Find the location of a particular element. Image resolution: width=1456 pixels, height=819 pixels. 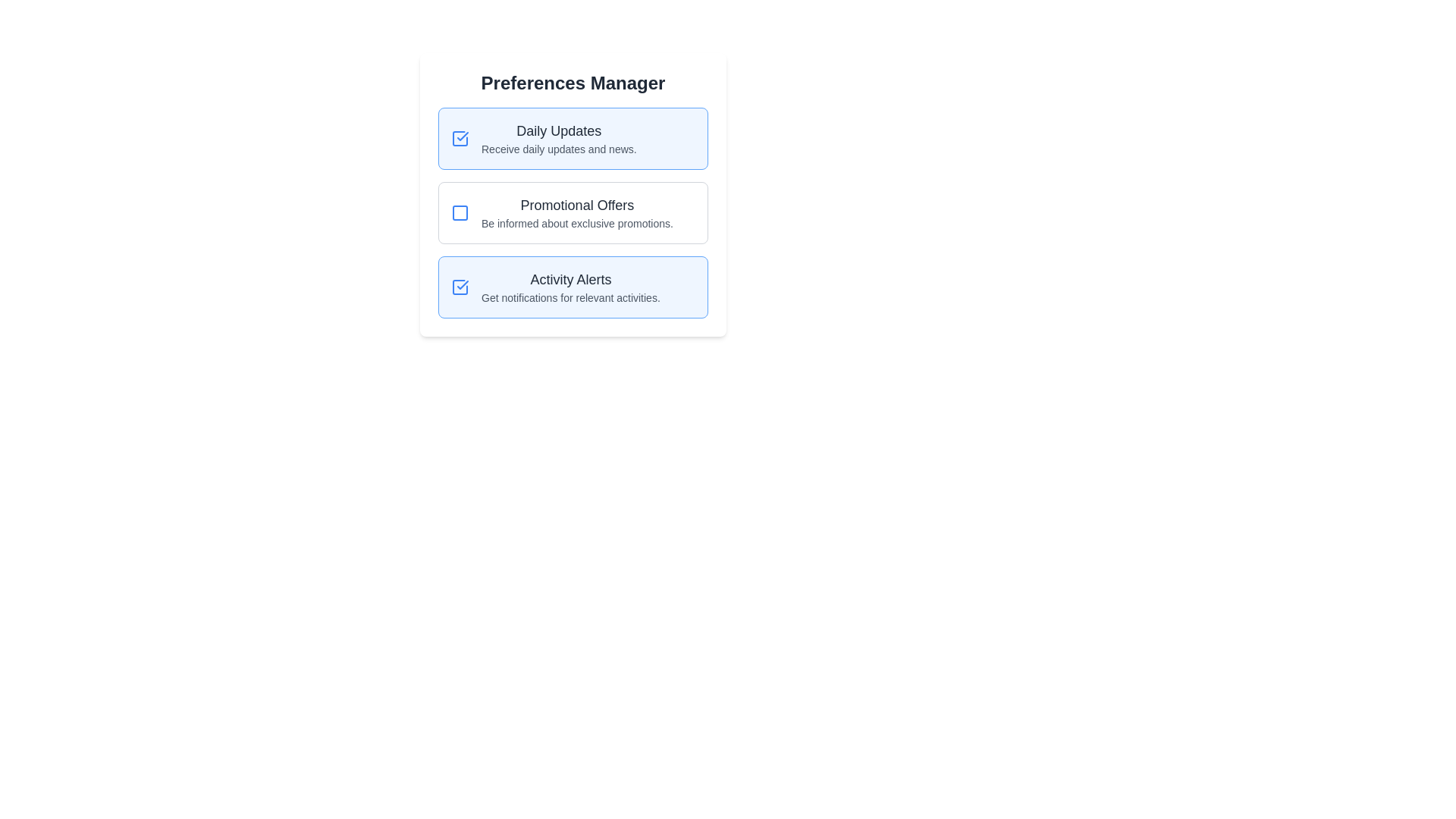

the 'Daily Updates' labeled option with a description is located at coordinates (558, 138).